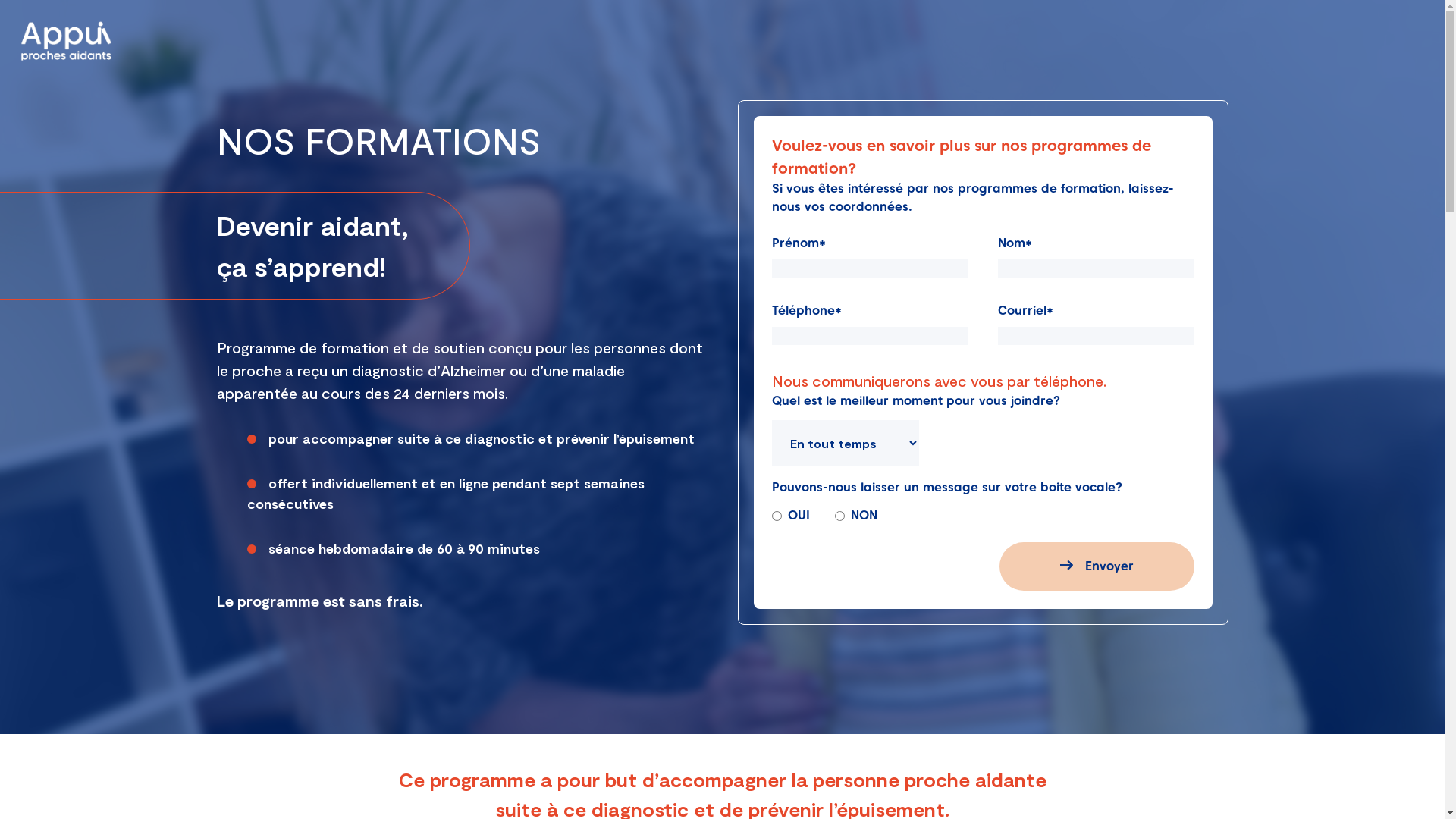  I want to click on 'Envoyer', so click(1097, 566).